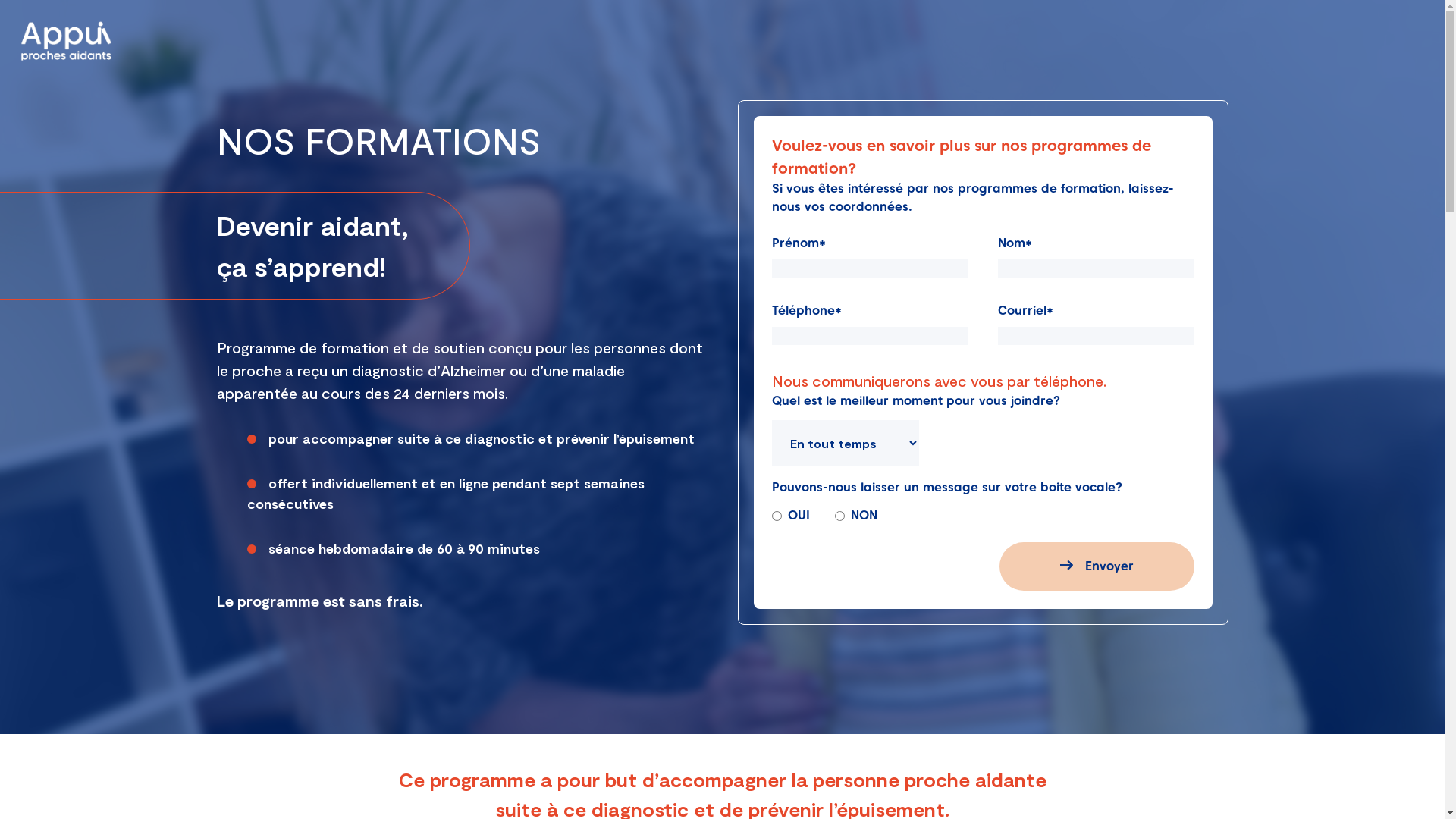  I want to click on 'Envoyer', so click(1097, 566).